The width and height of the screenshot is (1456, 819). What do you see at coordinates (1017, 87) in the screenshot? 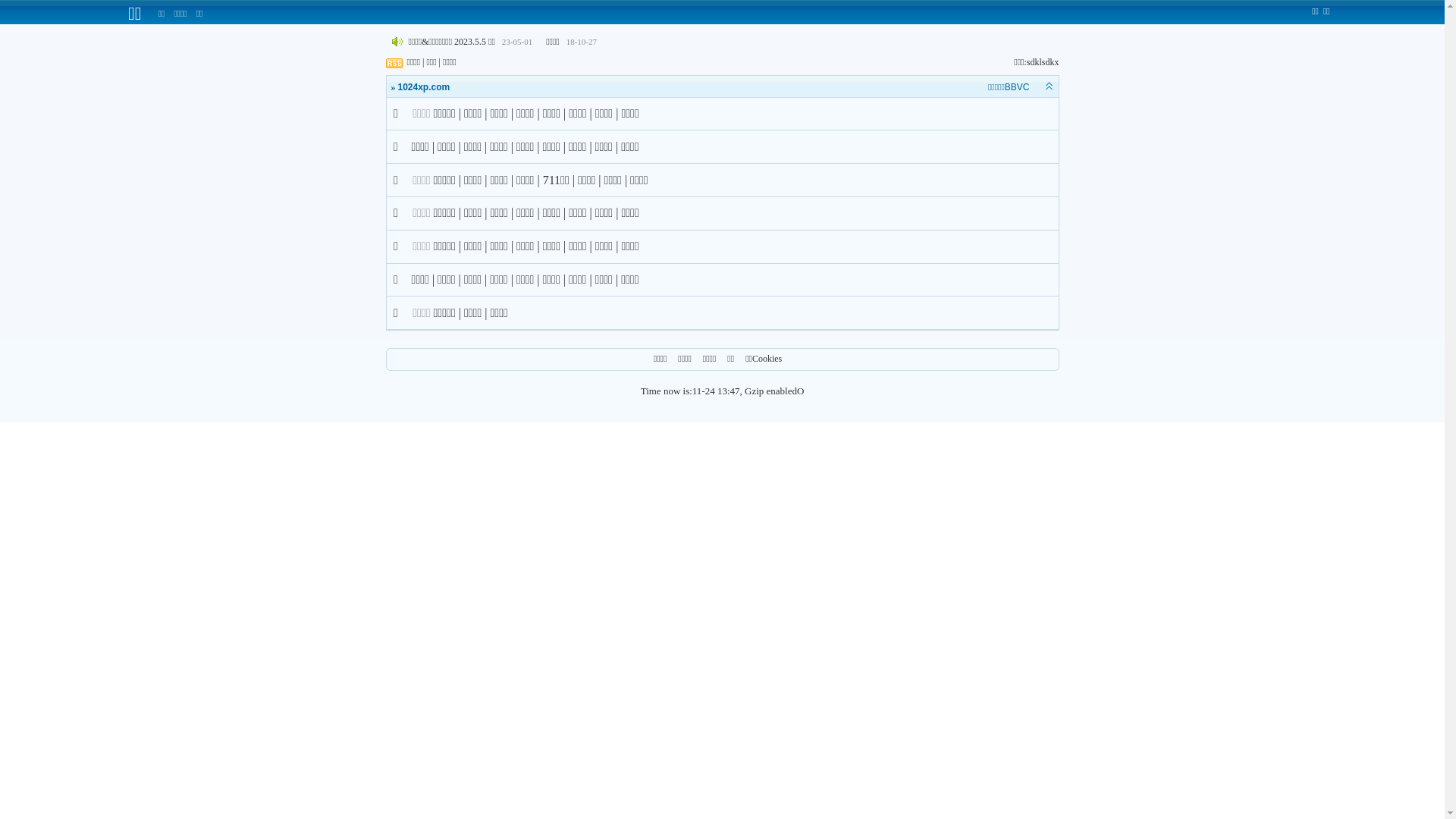
I see `'BBVC'` at bounding box center [1017, 87].